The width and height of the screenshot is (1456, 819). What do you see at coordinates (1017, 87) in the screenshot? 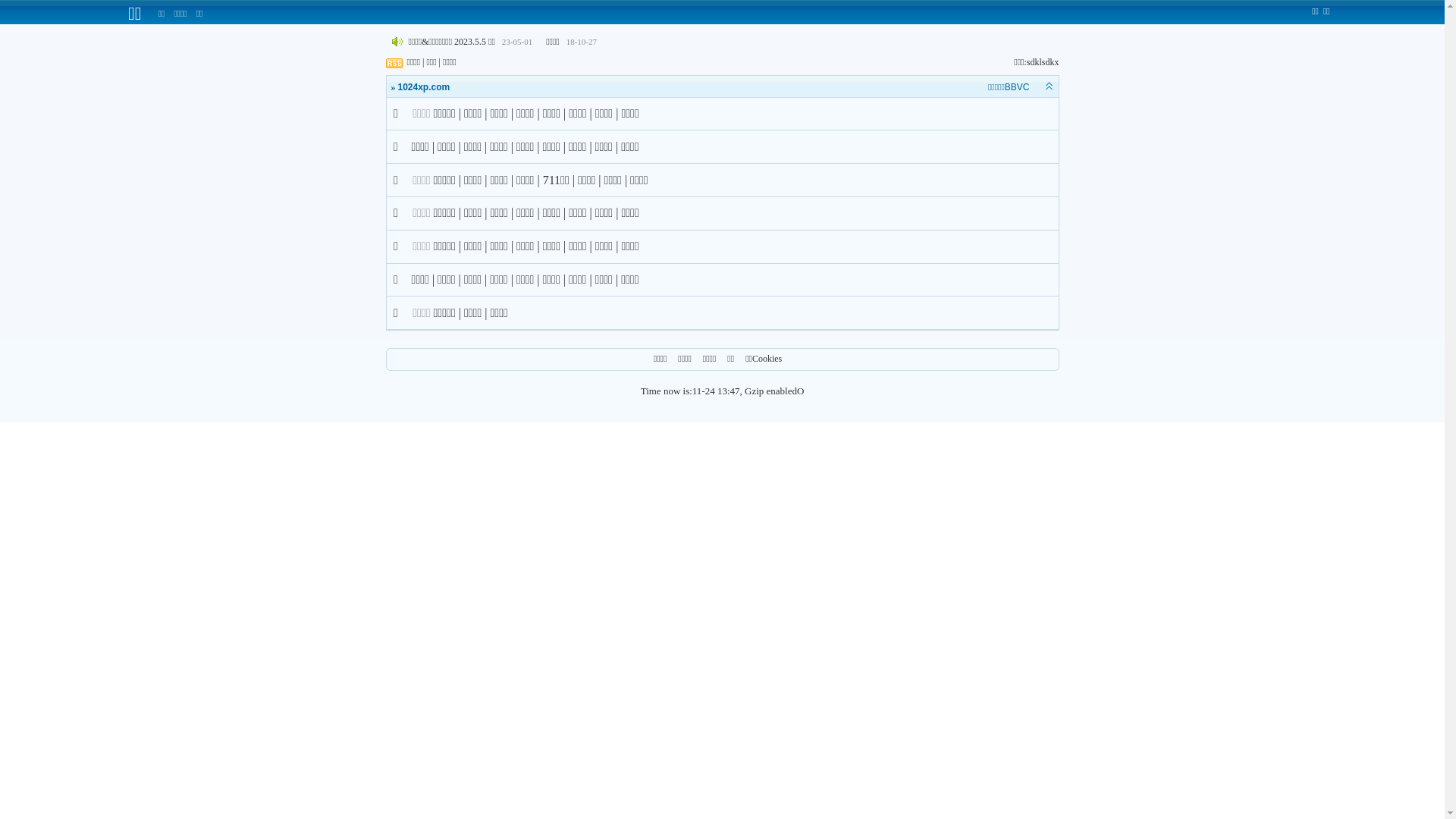
I see `'BBVC'` at bounding box center [1017, 87].